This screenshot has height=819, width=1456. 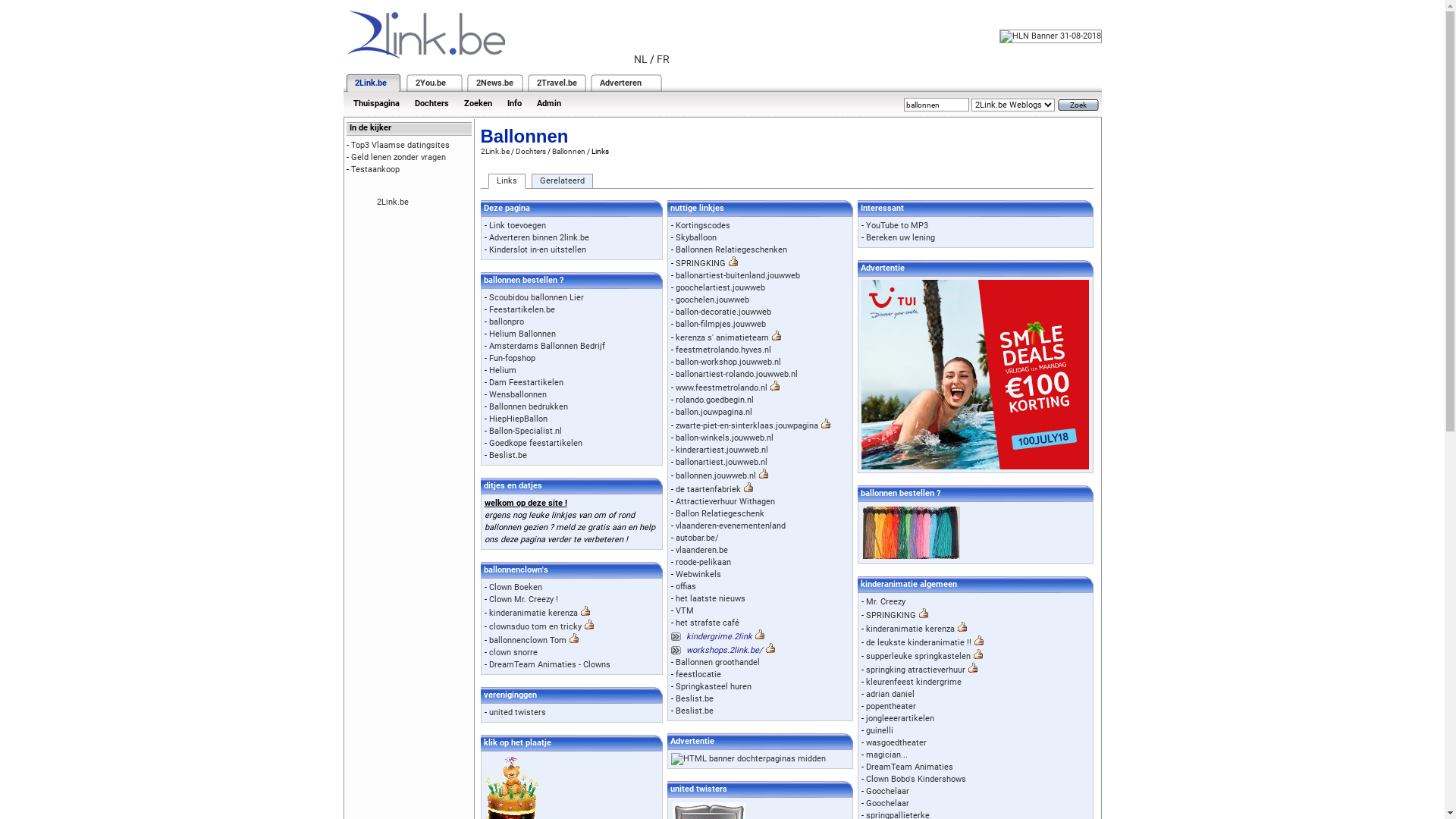 I want to click on 'Wensballonnen', so click(x=516, y=394).